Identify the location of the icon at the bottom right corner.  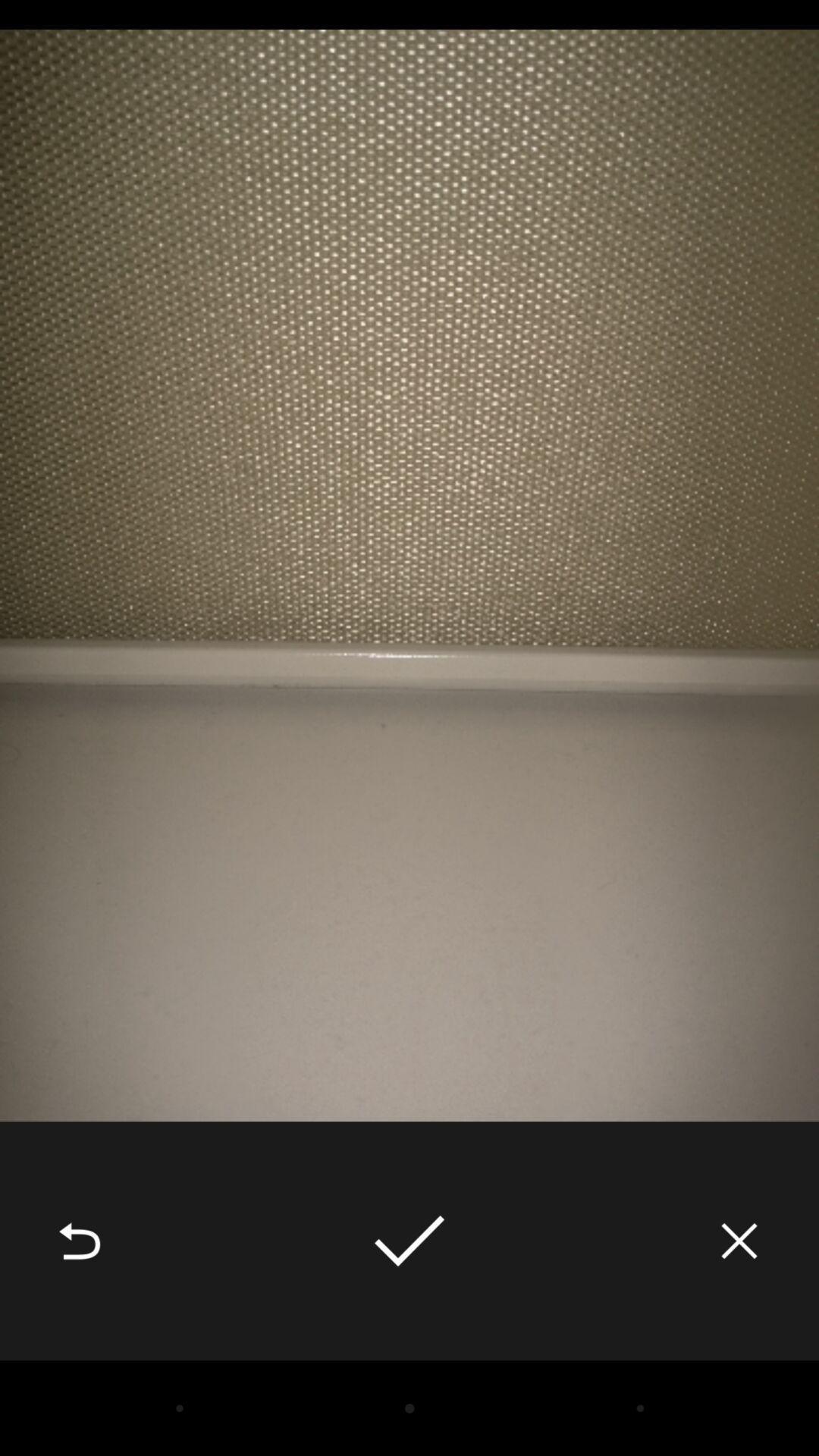
(739, 1241).